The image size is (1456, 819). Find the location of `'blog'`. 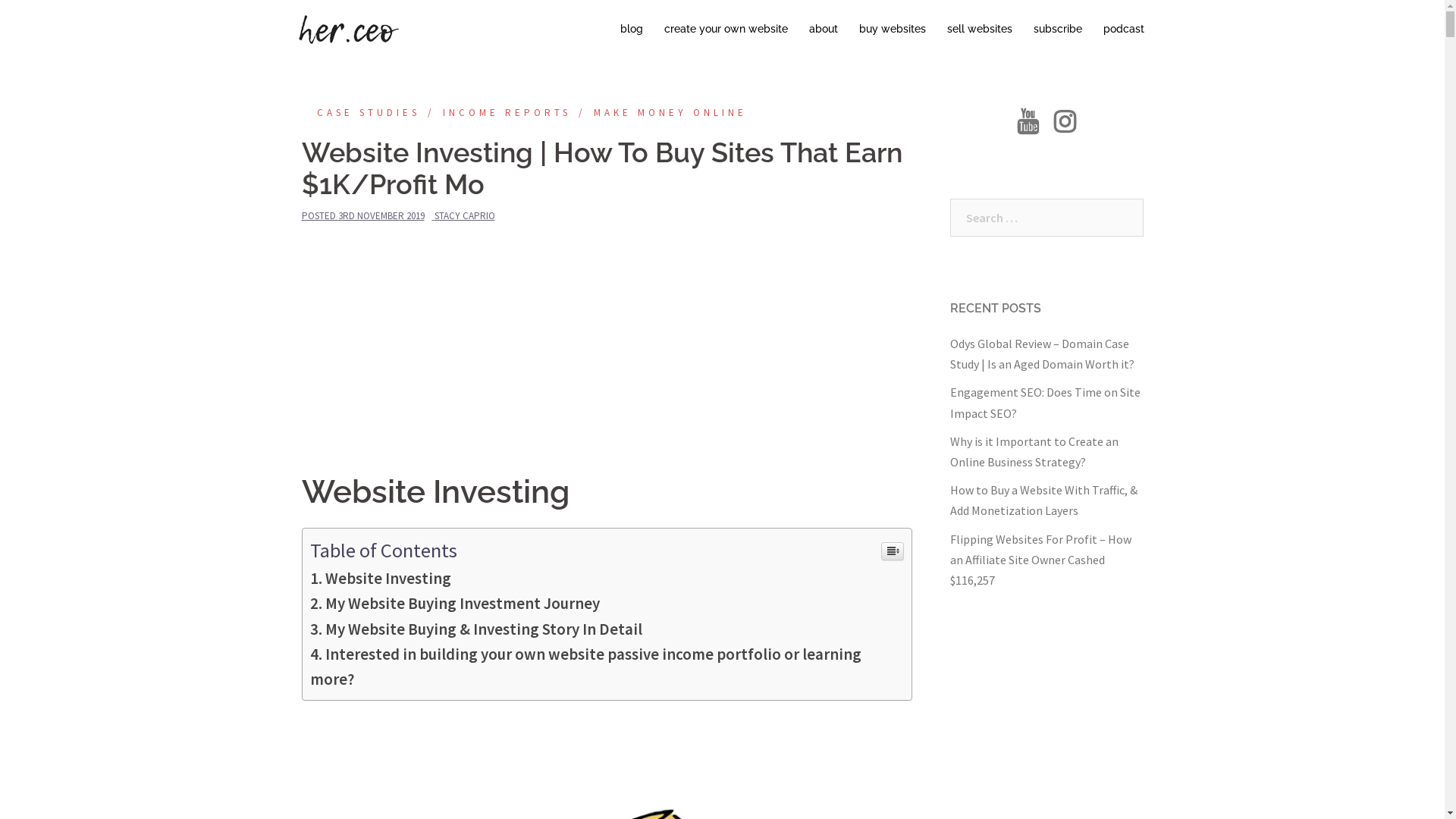

'blog' is located at coordinates (620, 29).